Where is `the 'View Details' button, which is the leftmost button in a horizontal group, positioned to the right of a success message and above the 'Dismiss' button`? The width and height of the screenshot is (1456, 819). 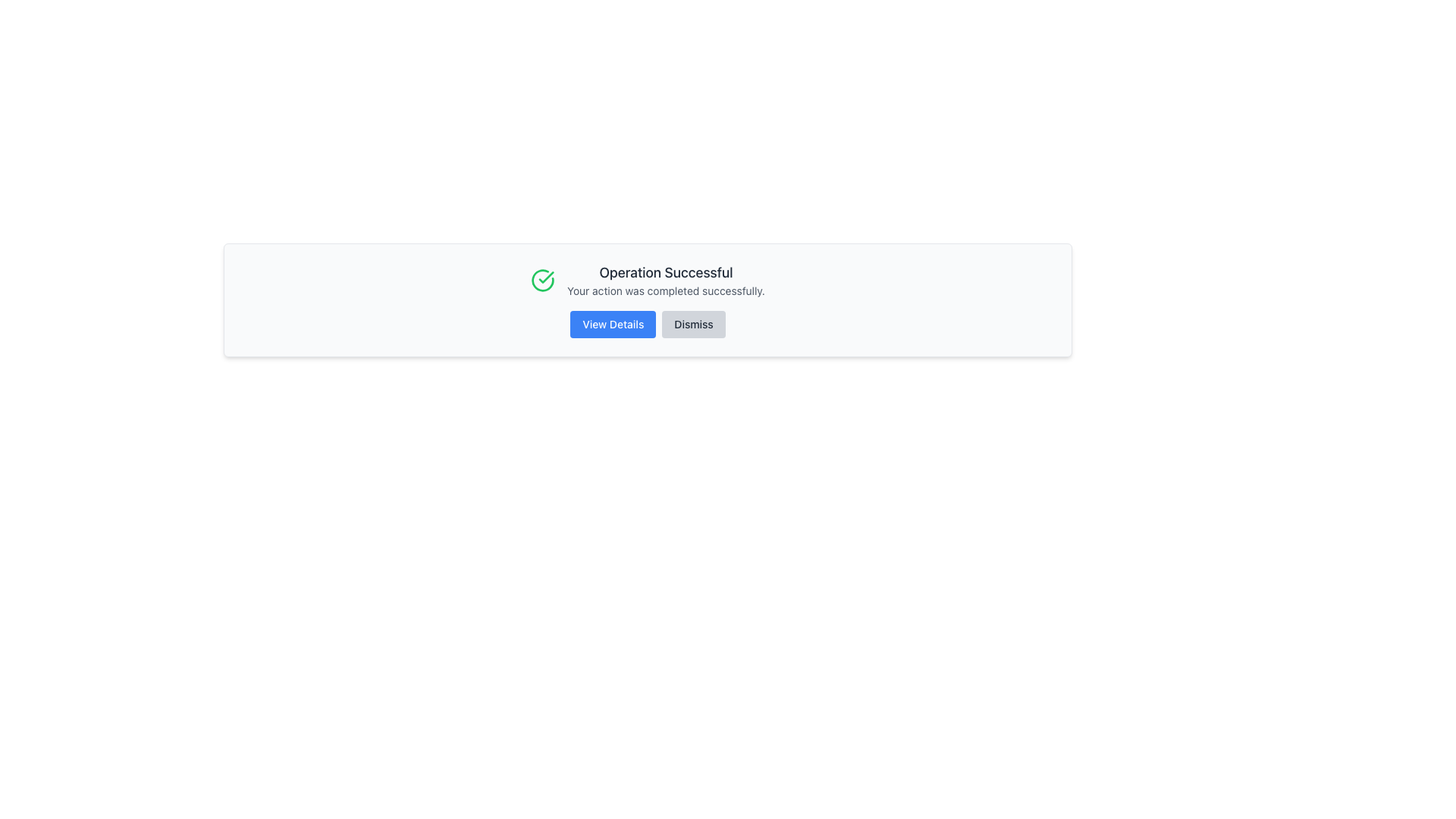
the 'View Details' button, which is the leftmost button in a horizontal group, positioned to the right of a success message and above the 'Dismiss' button is located at coordinates (613, 324).